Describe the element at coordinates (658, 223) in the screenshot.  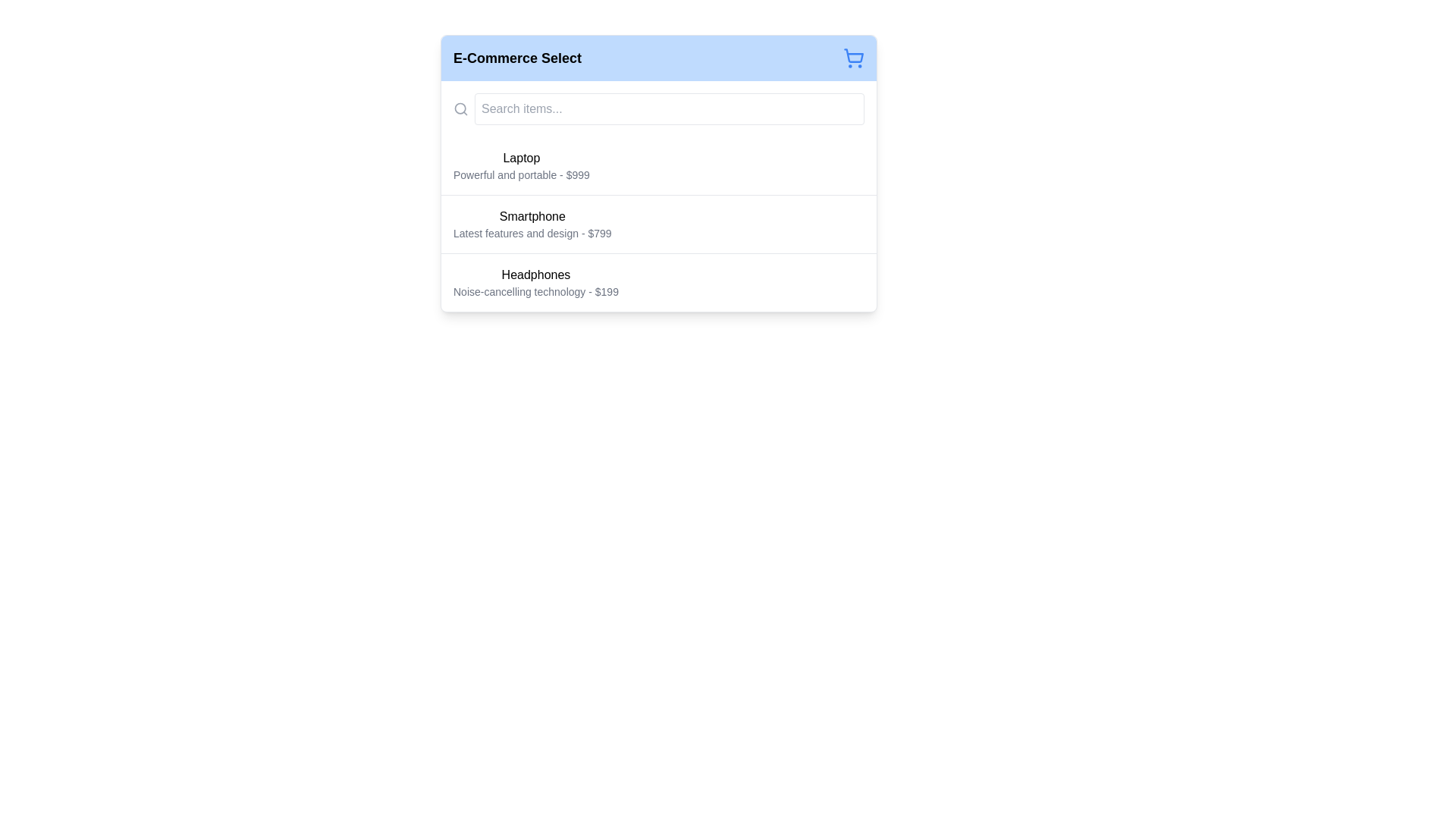
I see `the list item displaying 'Smartphone' with the description 'Latest features and design - $799'` at that location.